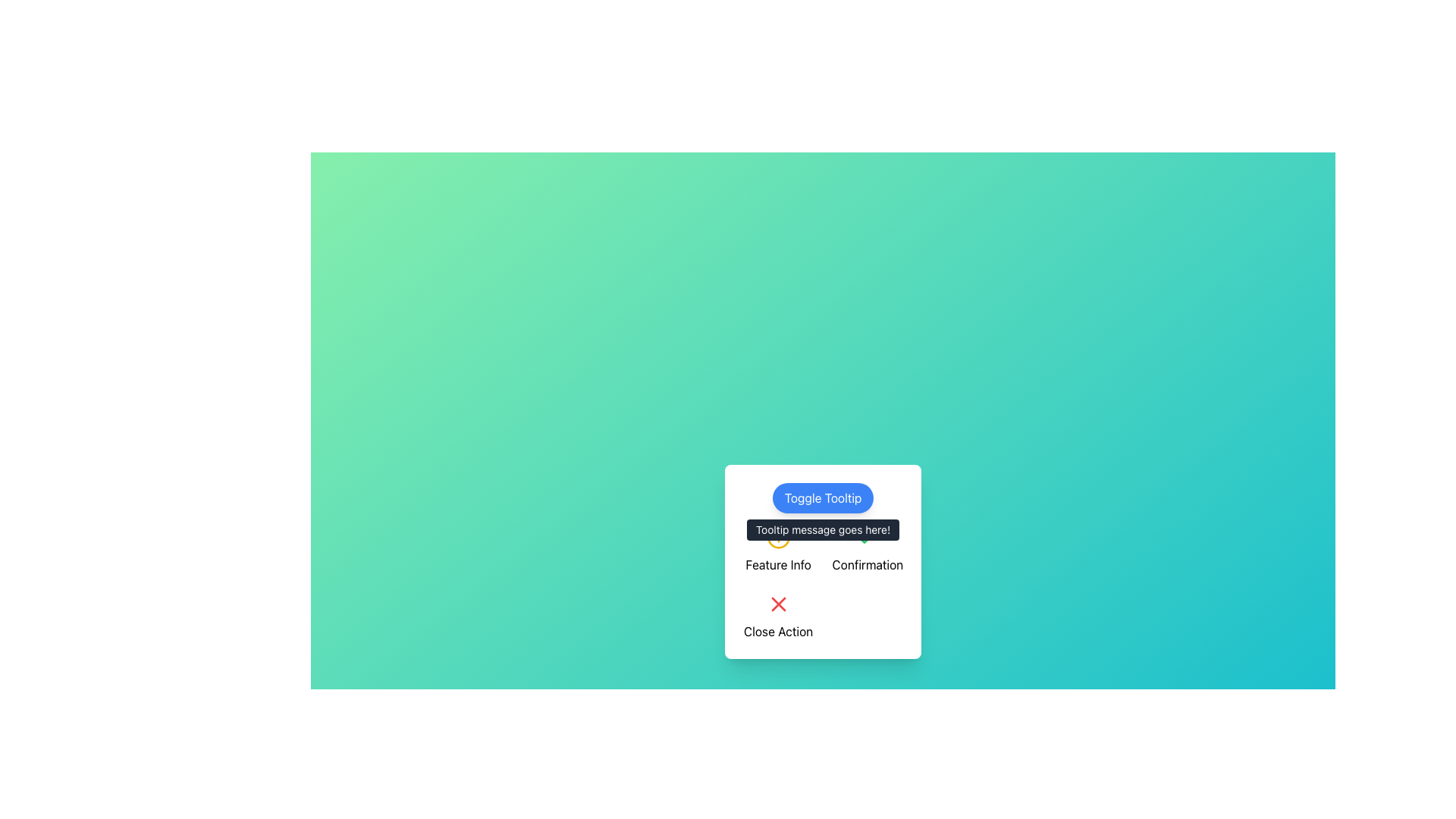 The image size is (1456, 819). I want to click on the text label that displays 'Confirmation', which is center-aligned and located at the bottom of a vertically stacked group of elements, so click(868, 564).